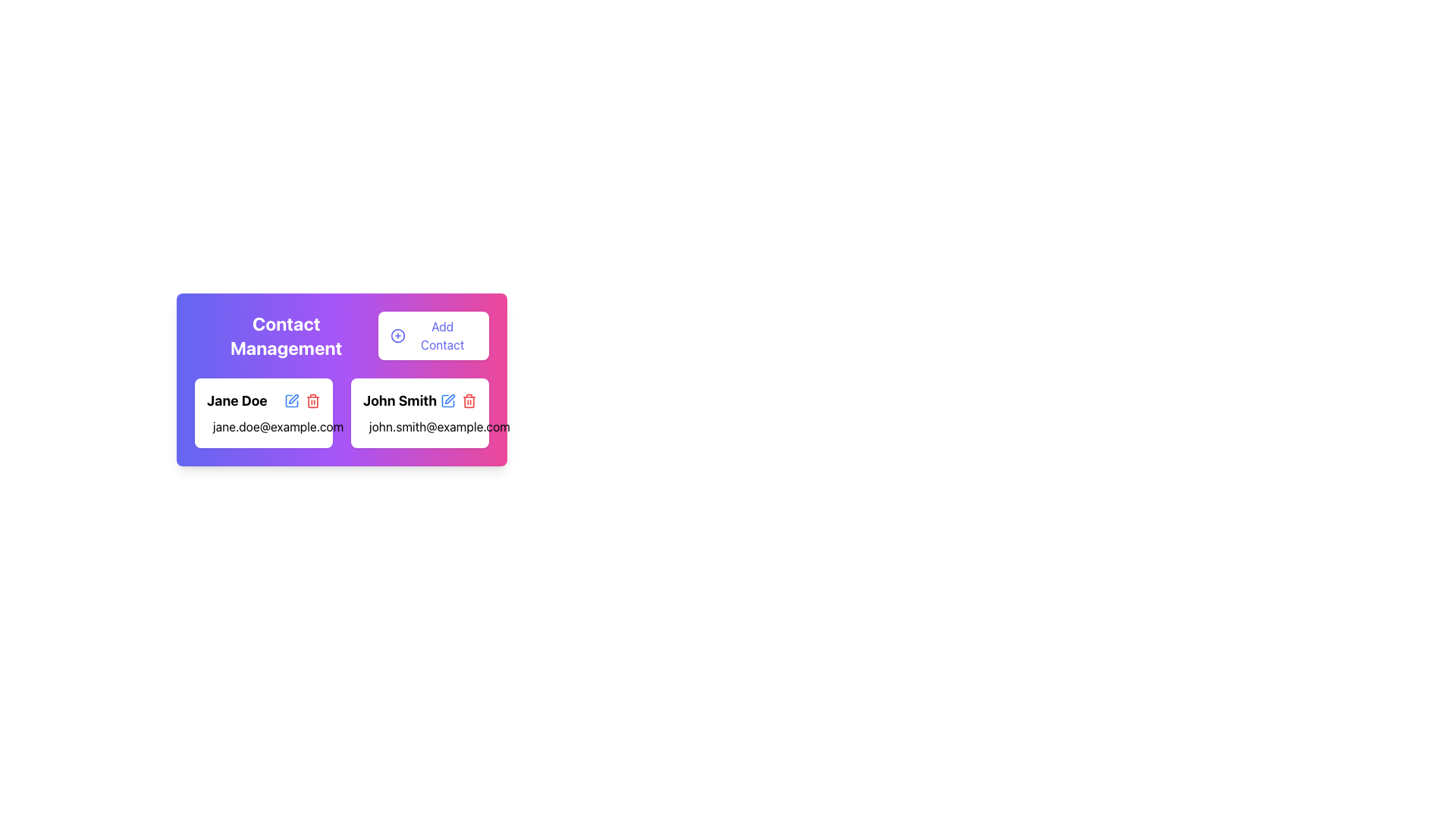 The image size is (1456, 819). I want to click on the edit icon button for 'John Smith', so click(447, 400).